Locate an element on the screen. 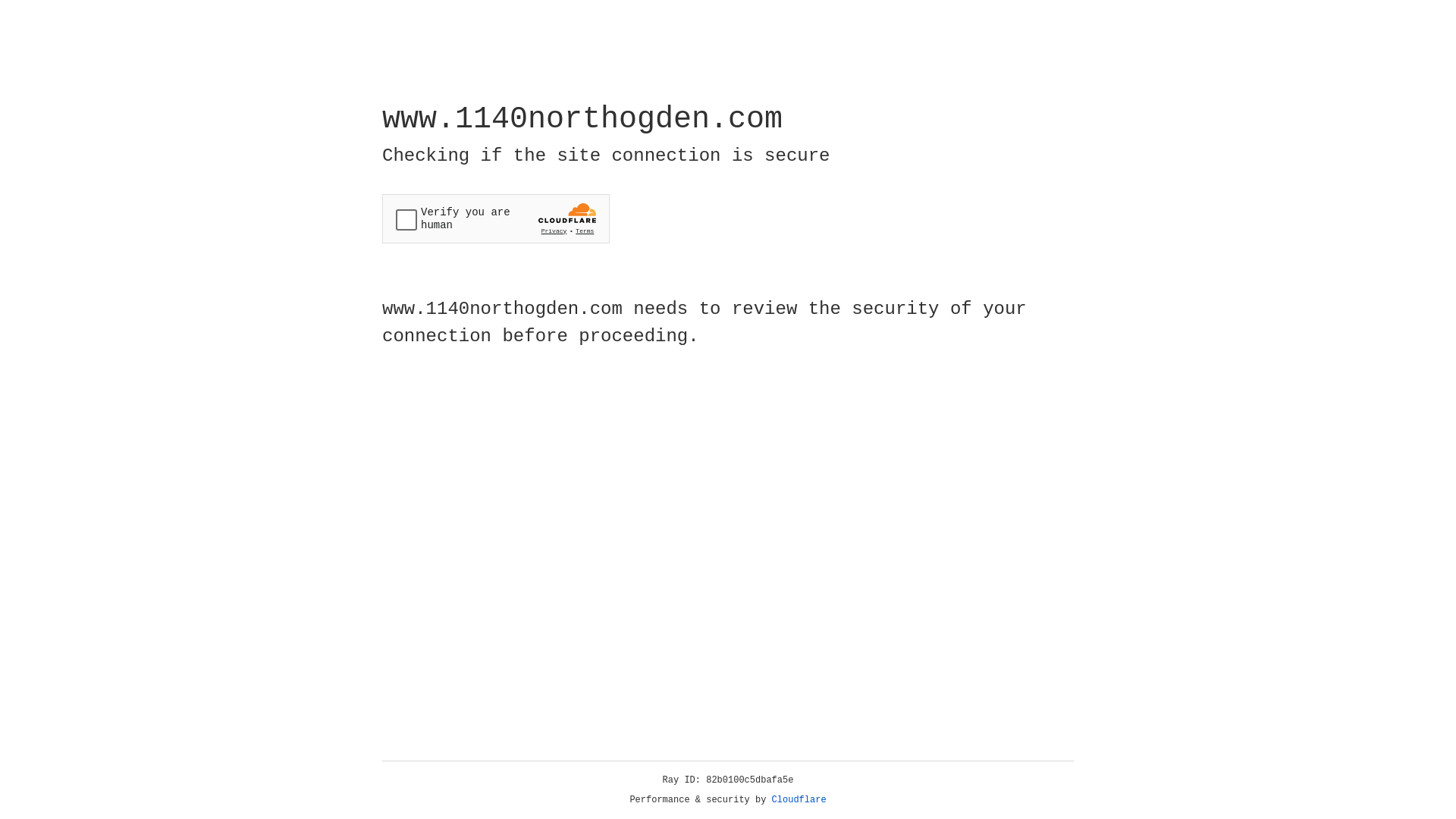 The width and height of the screenshot is (1456, 819). 'Cloudflare' is located at coordinates (799, 799).